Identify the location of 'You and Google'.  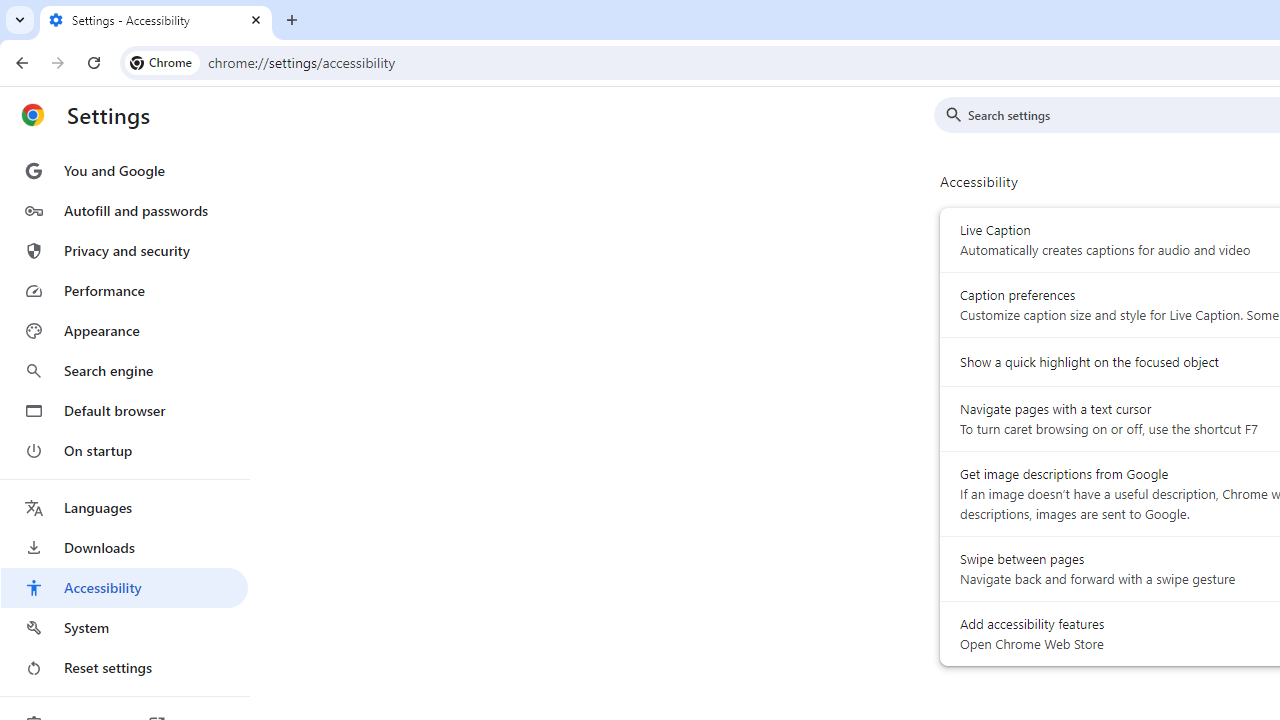
(123, 170).